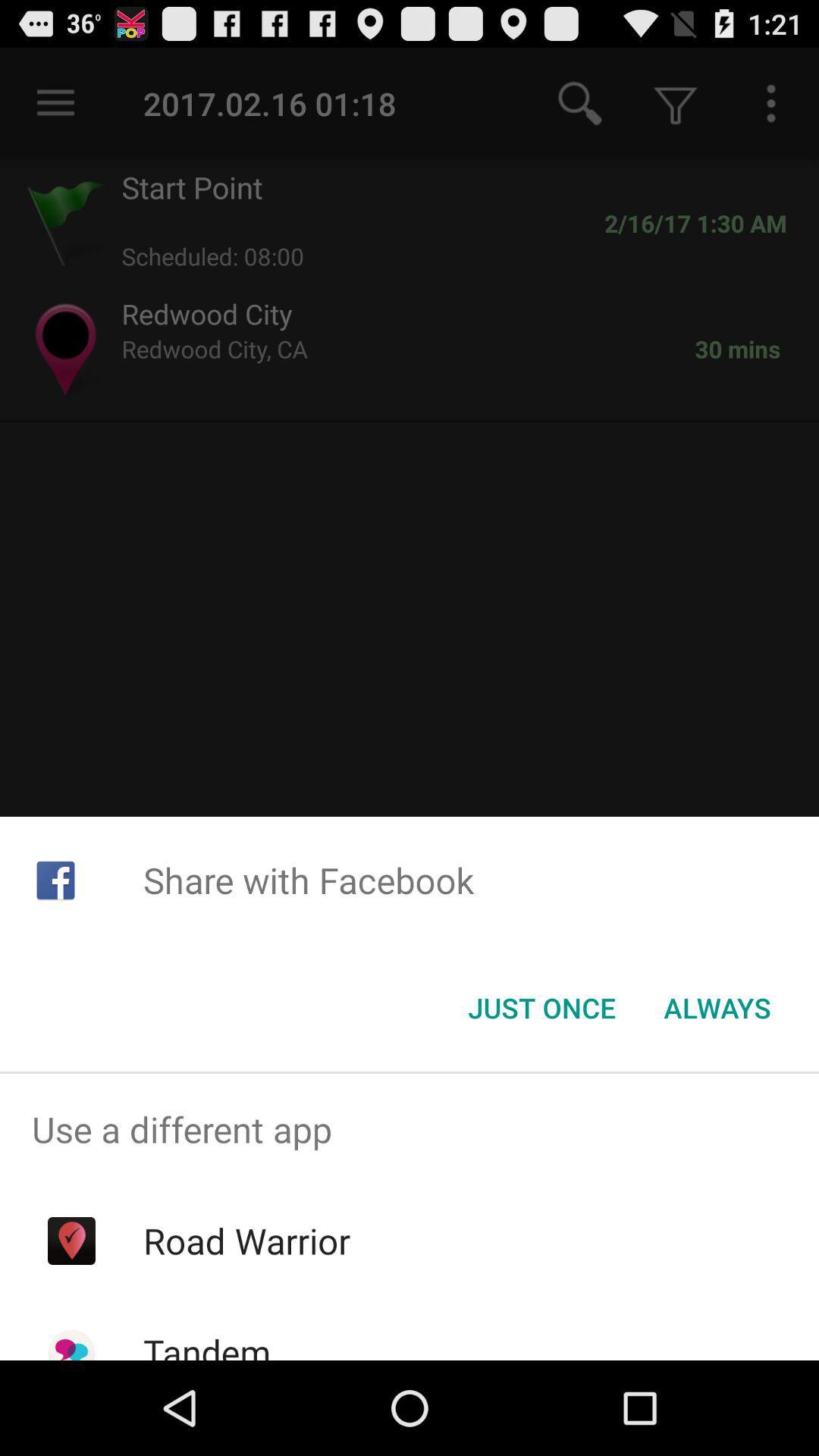  Describe the element at coordinates (409, 1129) in the screenshot. I see `the use a different item` at that location.